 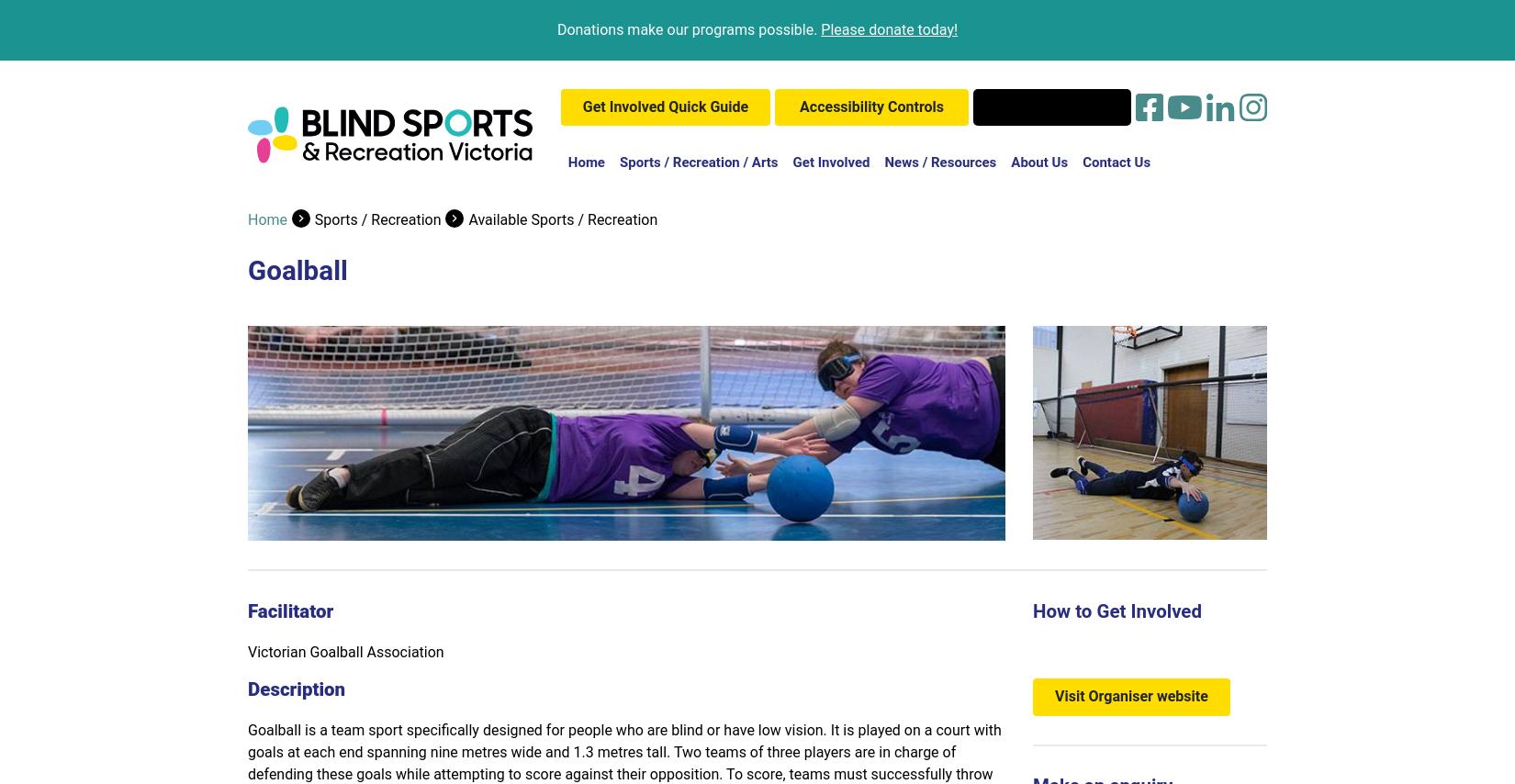 I want to click on 'Please donate today!', so click(x=889, y=28).